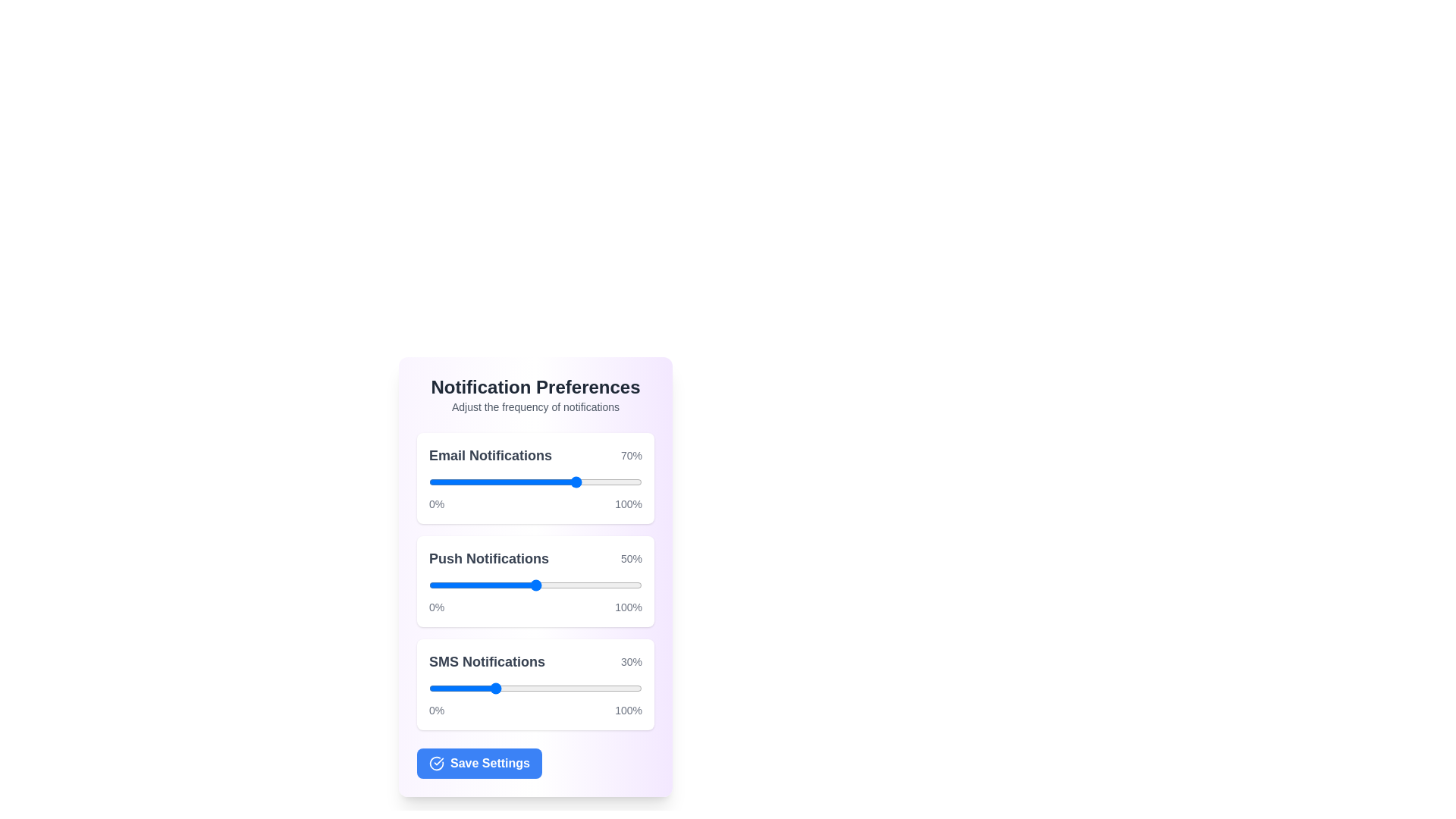 The width and height of the screenshot is (1456, 819). Describe the element at coordinates (614, 688) in the screenshot. I see `SMS notification slider` at that location.